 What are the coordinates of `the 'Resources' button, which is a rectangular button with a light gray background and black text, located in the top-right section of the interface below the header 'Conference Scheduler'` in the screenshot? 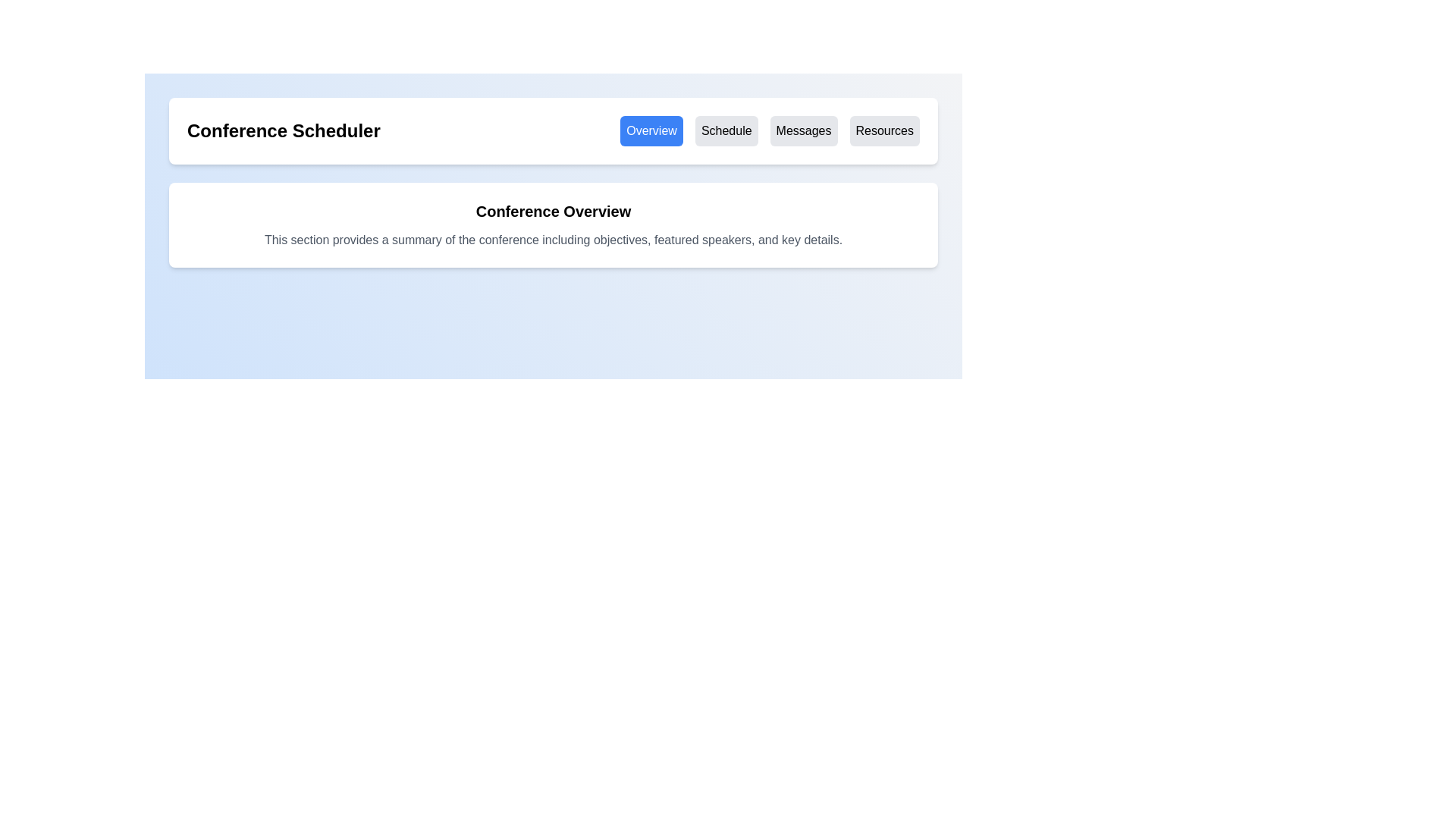 It's located at (884, 130).